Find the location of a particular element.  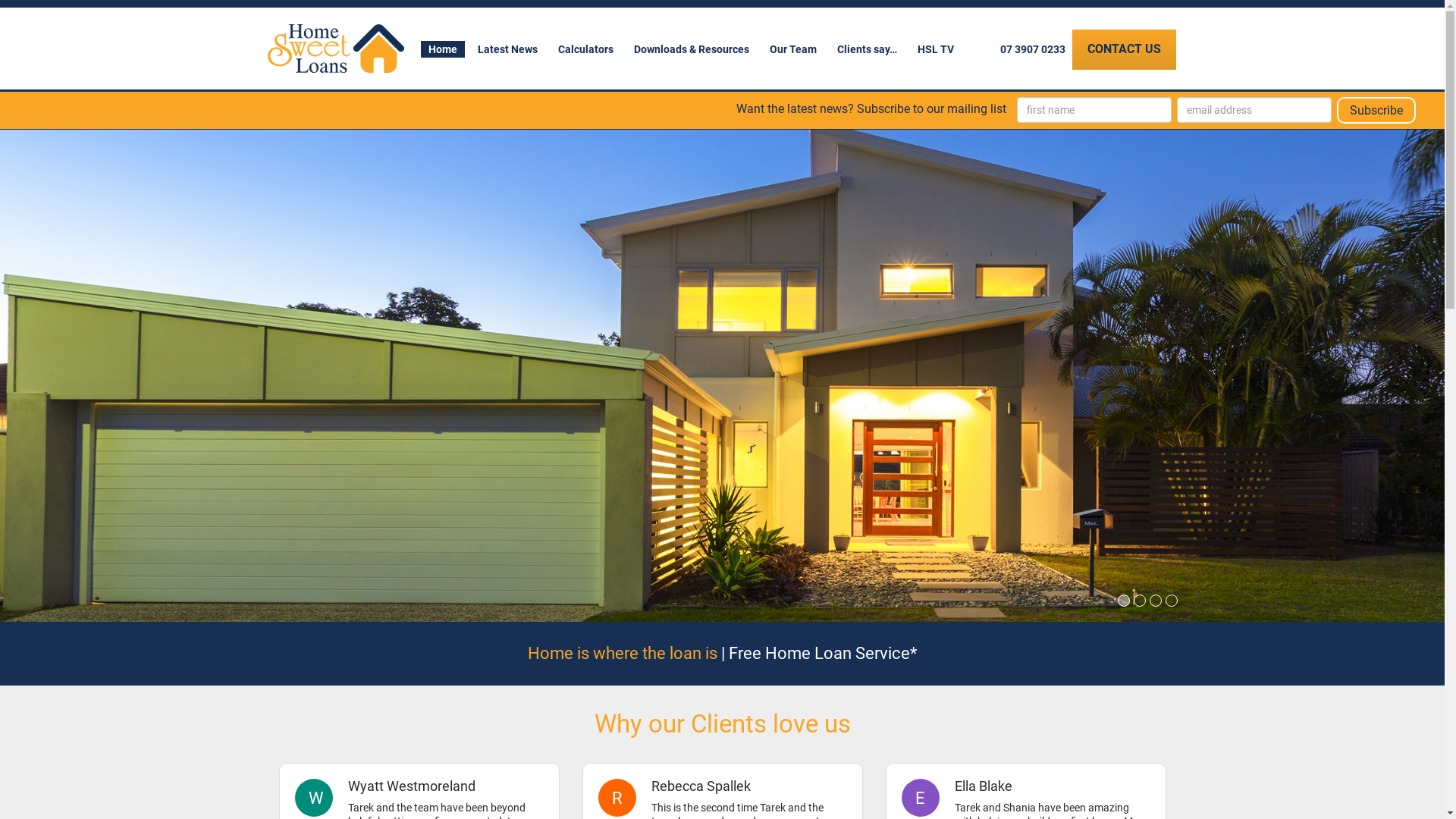

'Calculators' is located at coordinates (585, 49).